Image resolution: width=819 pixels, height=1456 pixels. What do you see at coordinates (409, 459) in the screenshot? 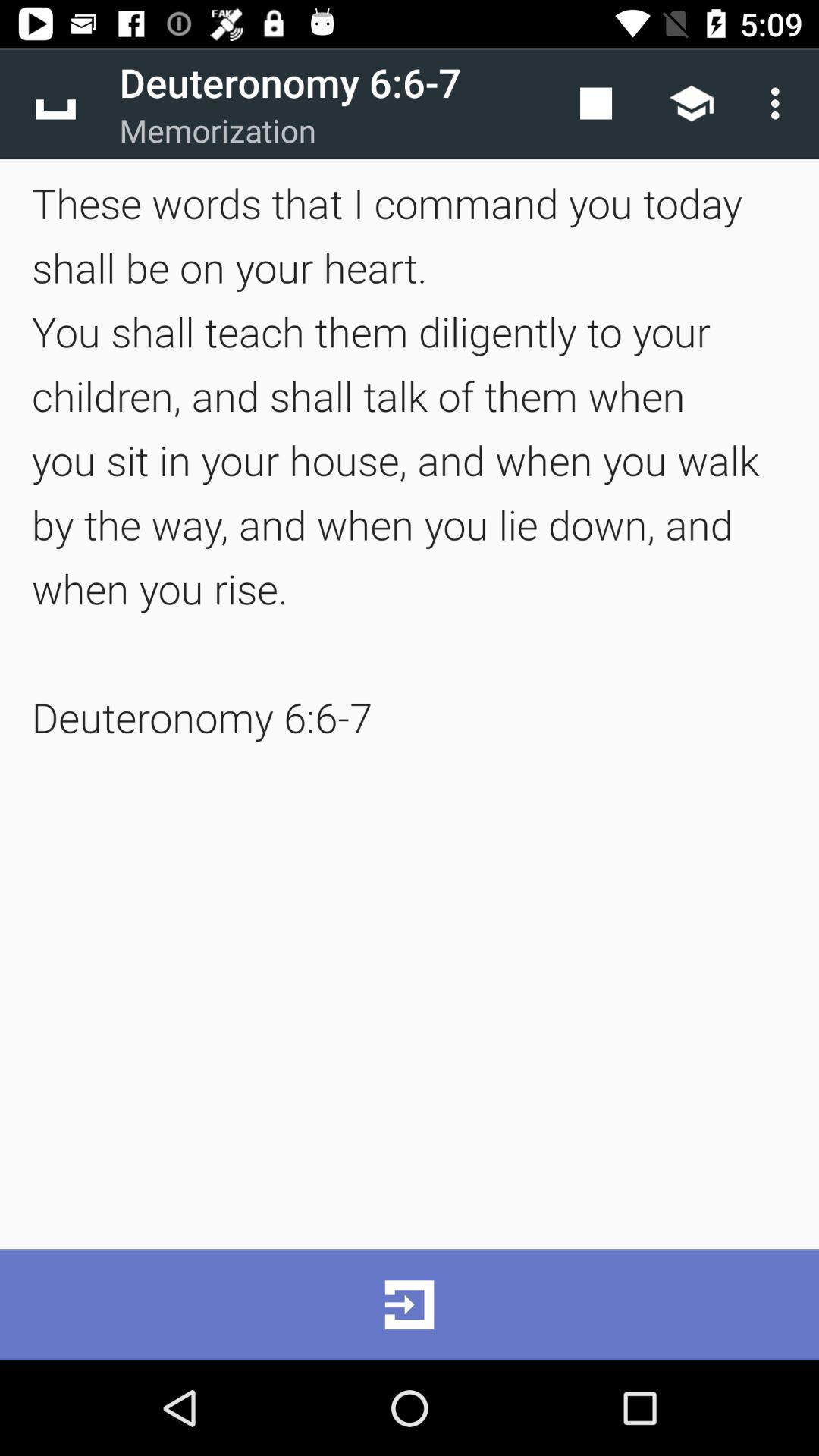
I see `these words that` at bounding box center [409, 459].